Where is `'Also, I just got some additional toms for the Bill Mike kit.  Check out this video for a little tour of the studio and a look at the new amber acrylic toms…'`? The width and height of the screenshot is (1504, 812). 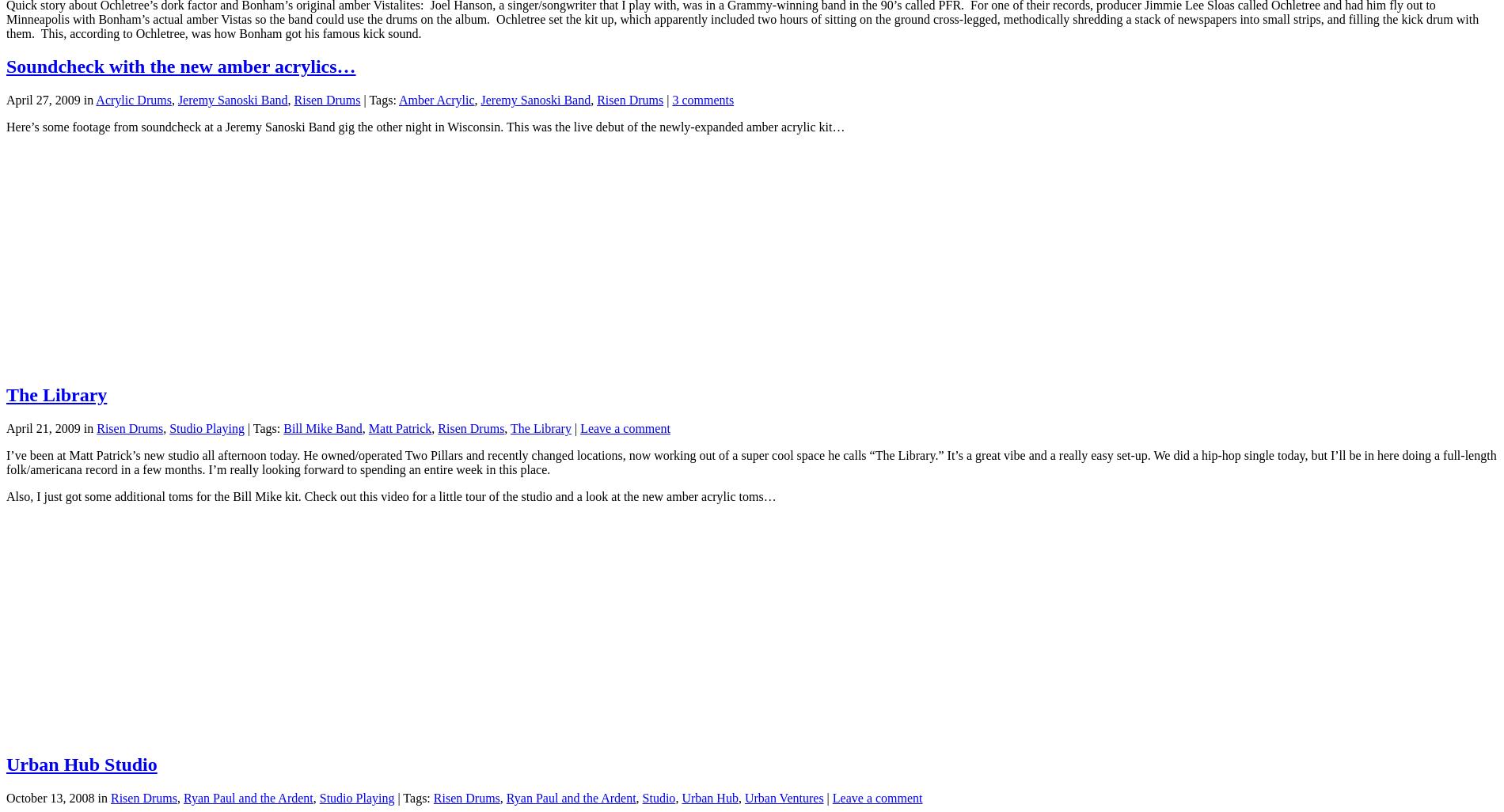
'Also, I just got some additional toms for the Bill Mike kit.  Check out this video for a little tour of the studio and a look at the new amber acrylic toms…' is located at coordinates (6, 496).